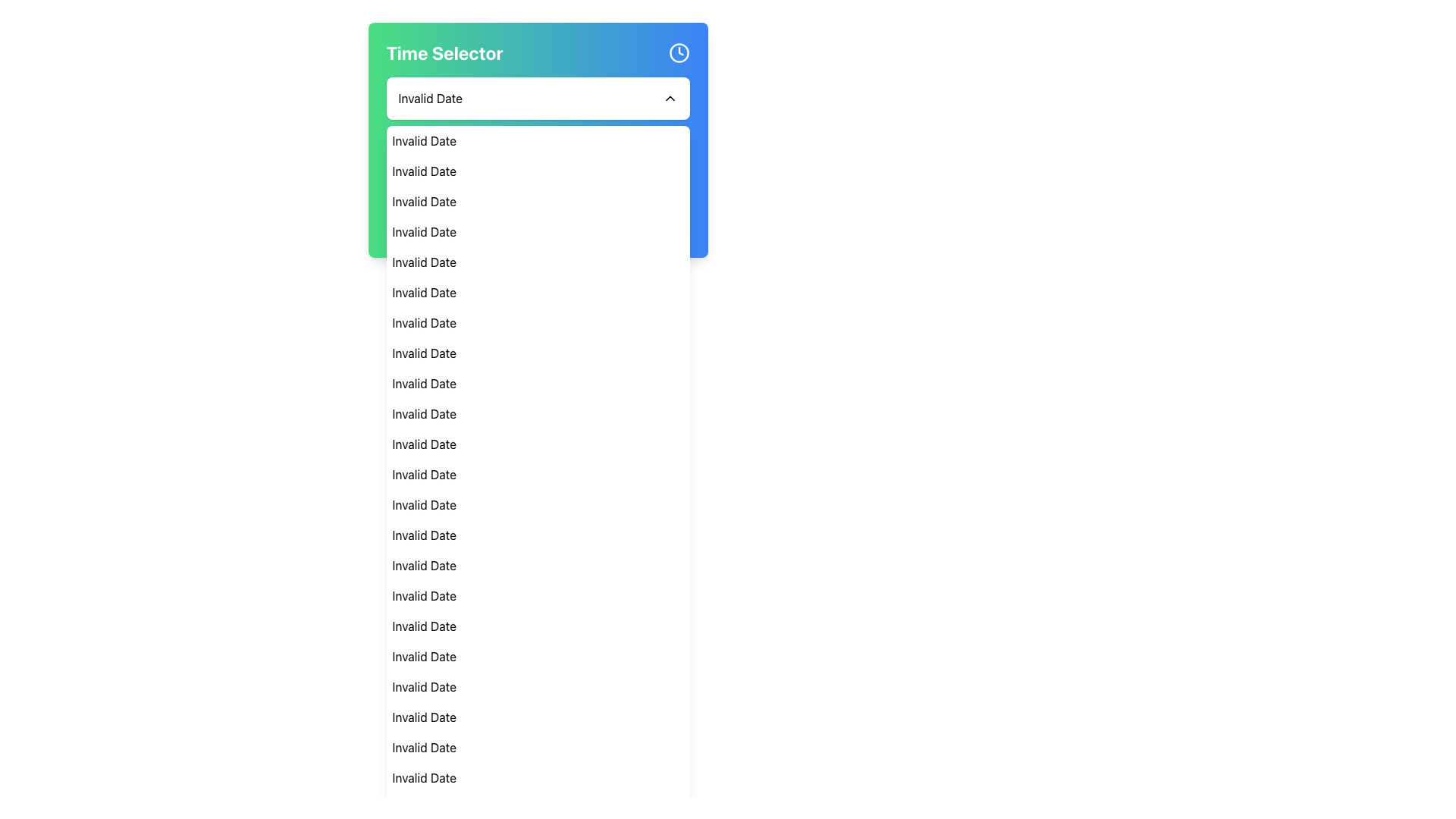  Describe the element at coordinates (538, 262) in the screenshot. I see `the list item displaying 'Invalid Date' to enable keyboard interaction` at that location.